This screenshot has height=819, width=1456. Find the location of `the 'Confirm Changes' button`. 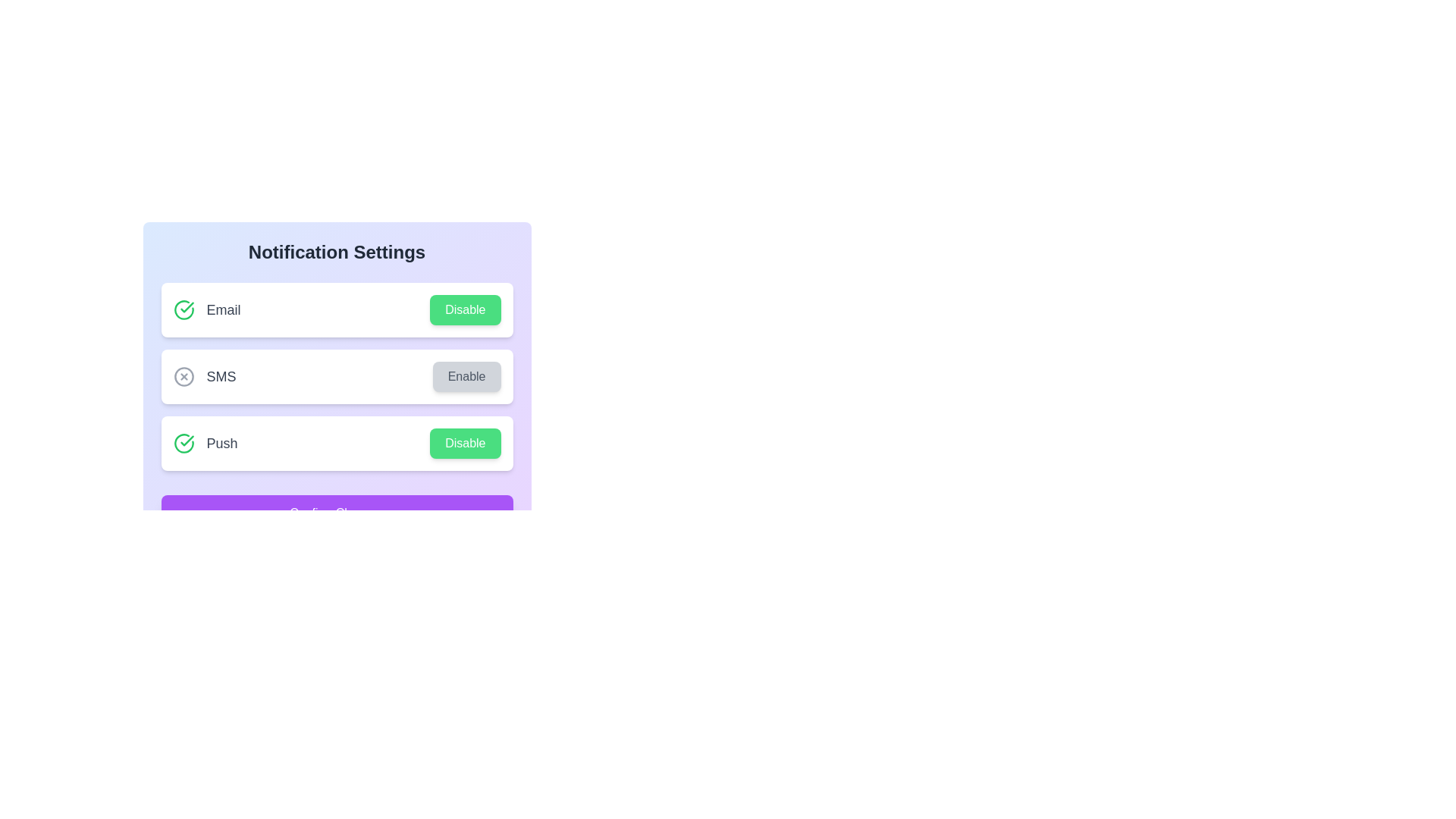

the 'Confirm Changes' button is located at coordinates (336, 513).